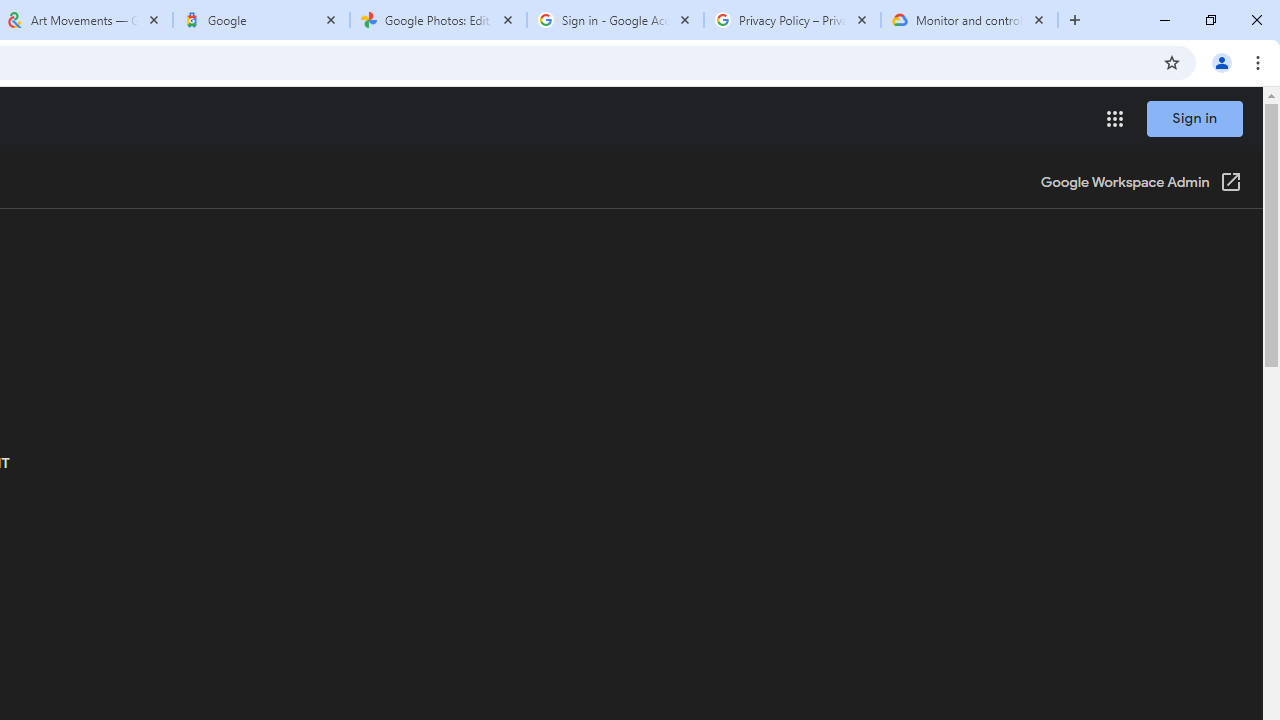 This screenshot has width=1280, height=720. I want to click on 'Sign in', so click(1194, 118).